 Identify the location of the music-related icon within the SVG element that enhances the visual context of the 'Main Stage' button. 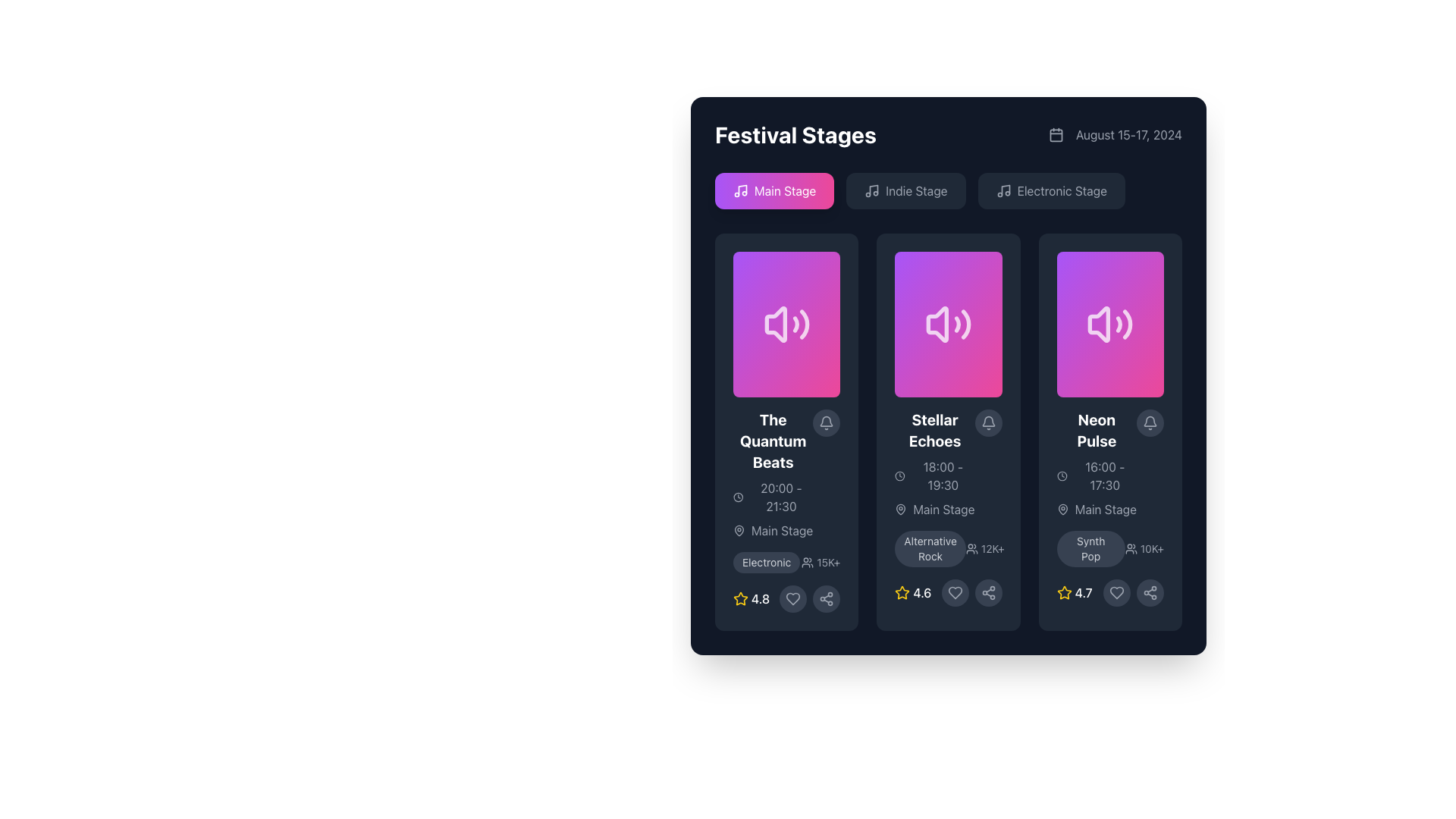
(742, 189).